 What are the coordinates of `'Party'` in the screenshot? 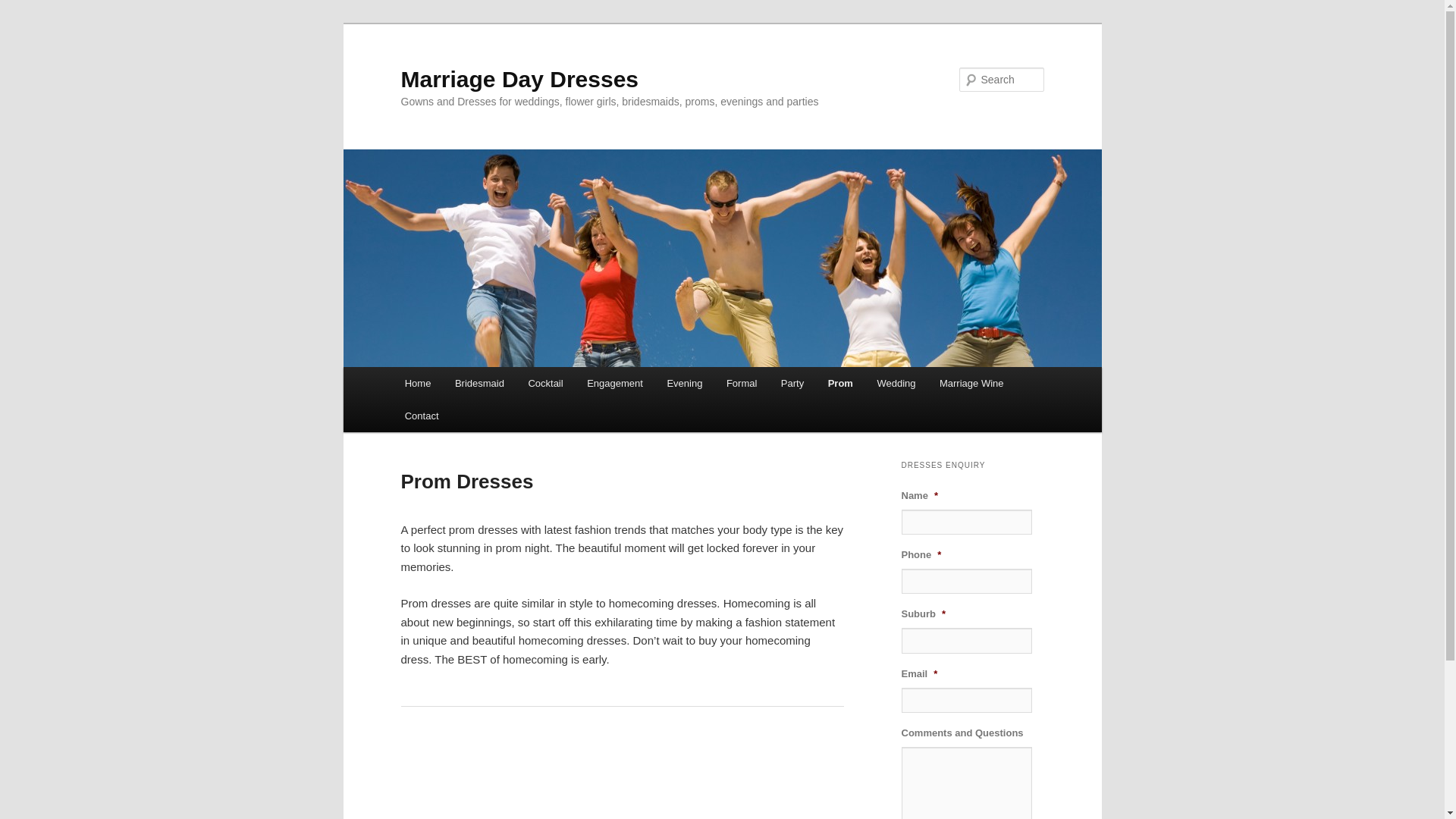 It's located at (792, 382).